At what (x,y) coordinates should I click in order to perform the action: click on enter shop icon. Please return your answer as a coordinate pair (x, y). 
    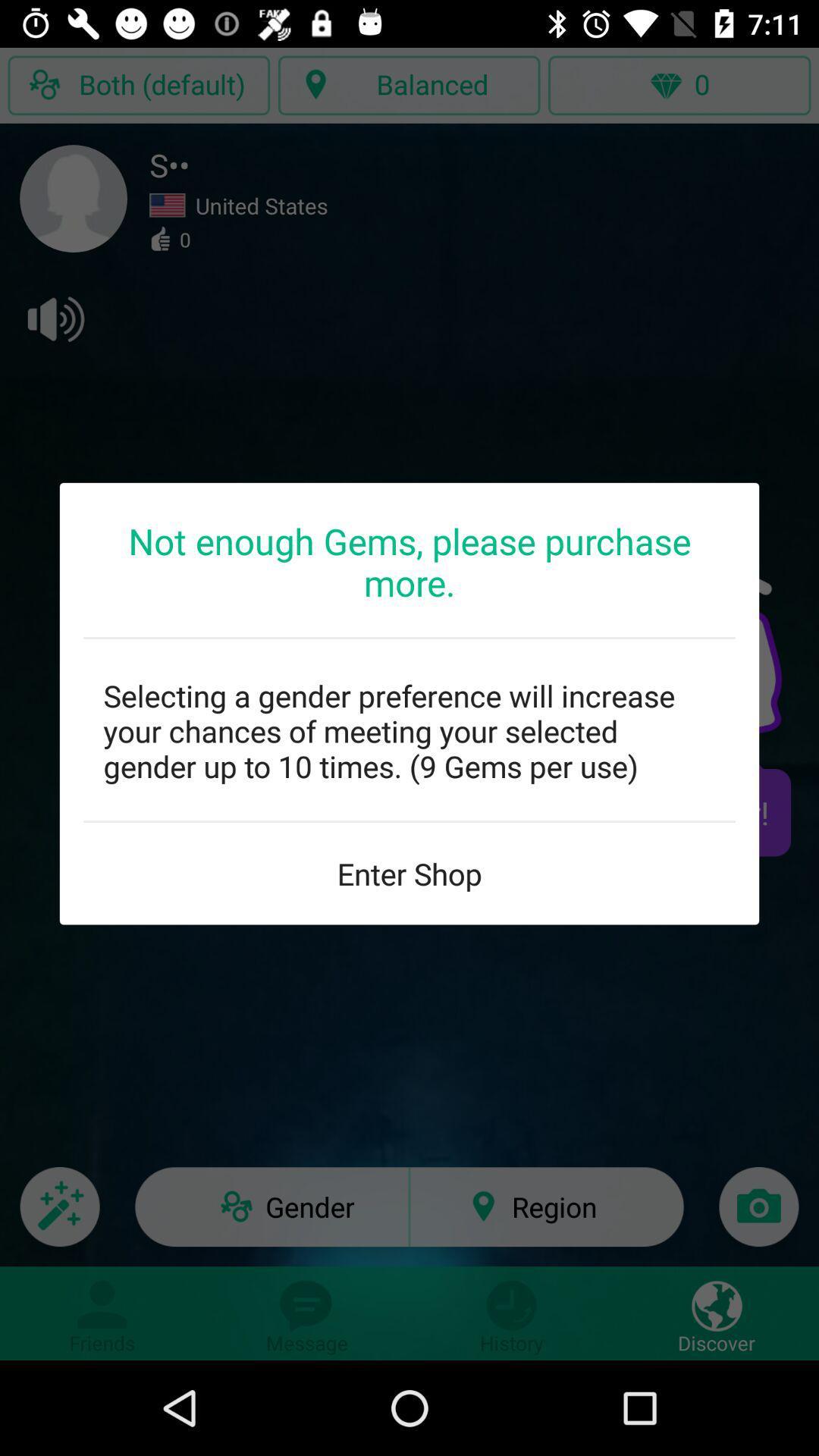
    Looking at the image, I should click on (409, 874).